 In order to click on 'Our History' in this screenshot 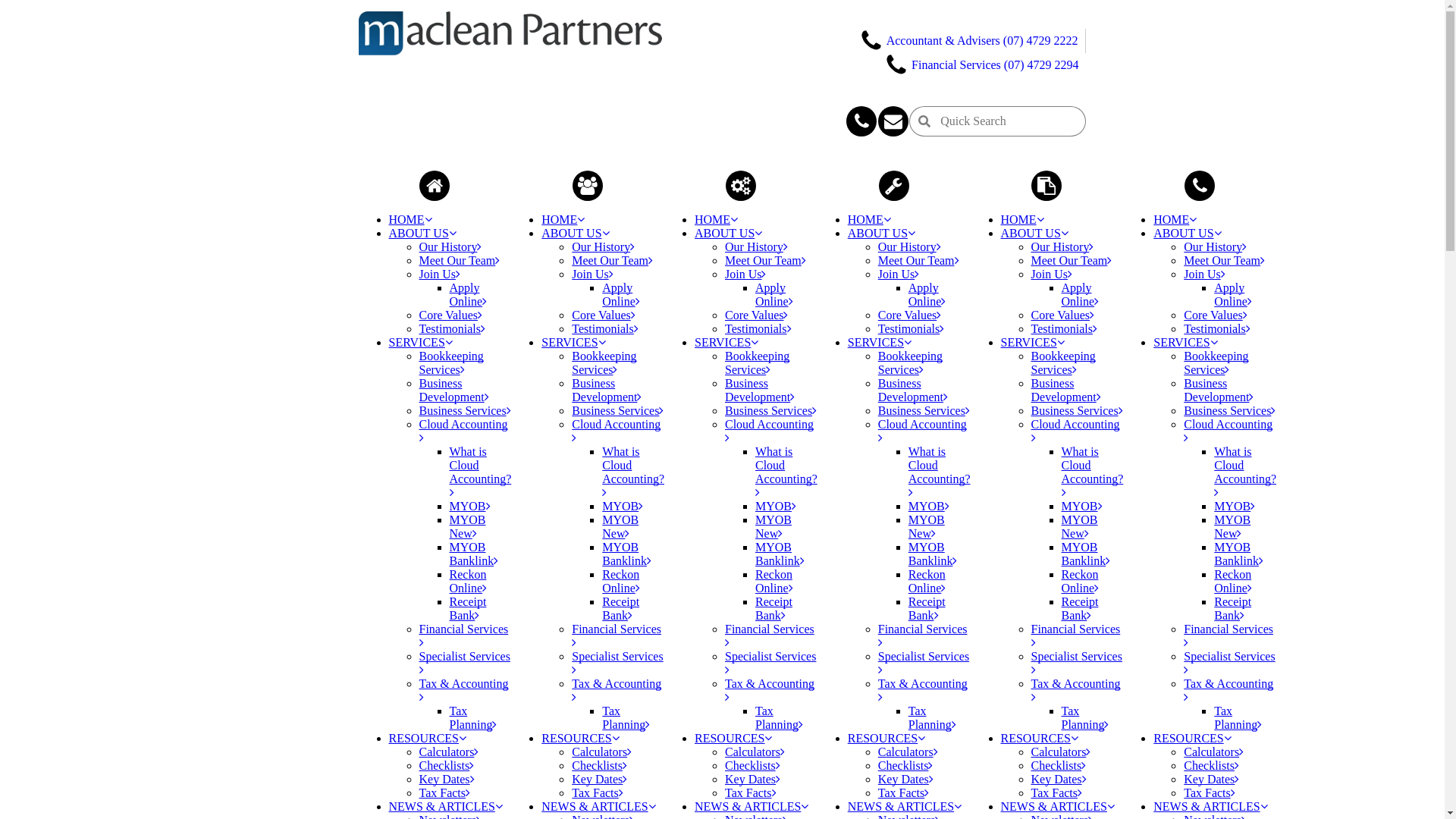, I will do `click(756, 246)`.